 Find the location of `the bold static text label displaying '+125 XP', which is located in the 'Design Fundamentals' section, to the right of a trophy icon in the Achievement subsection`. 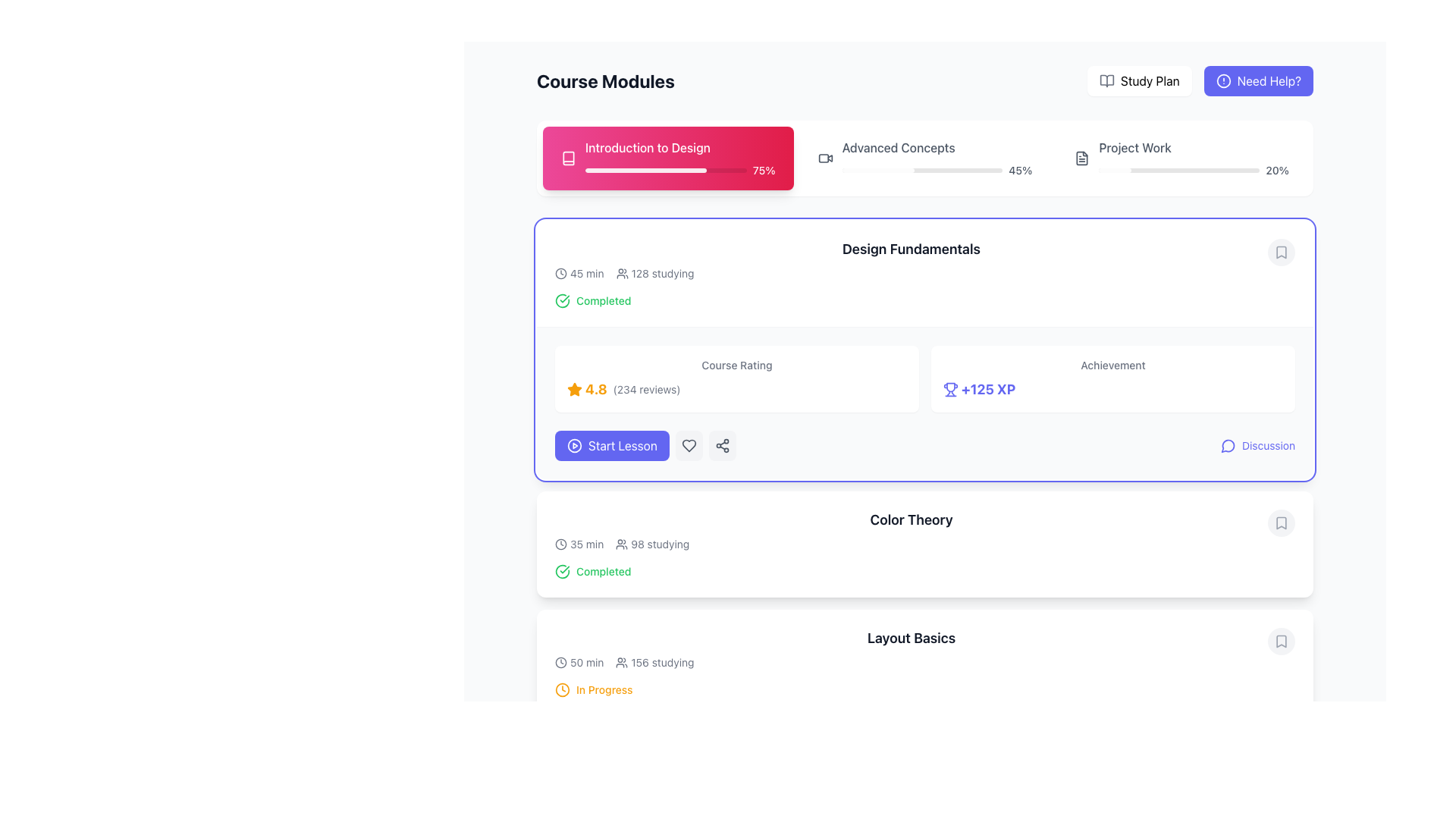

the bold static text label displaying '+125 XP', which is located in the 'Design Fundamentals' section, to the right of a trophy icon in the Achievement subsection is located at coordinates (988, 388).